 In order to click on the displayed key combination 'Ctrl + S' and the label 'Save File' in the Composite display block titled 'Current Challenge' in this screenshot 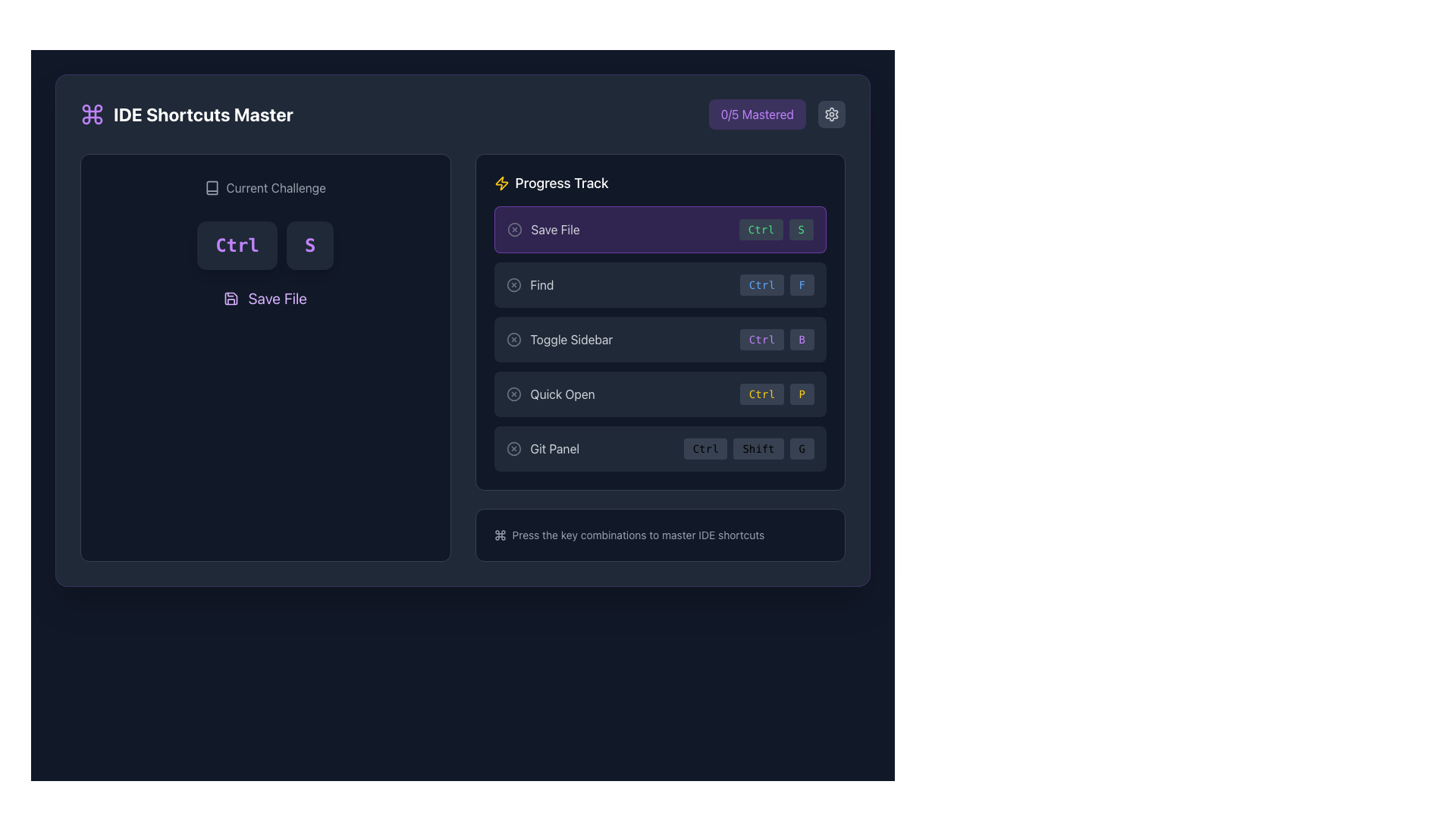, I will do `click(265, 243)`.